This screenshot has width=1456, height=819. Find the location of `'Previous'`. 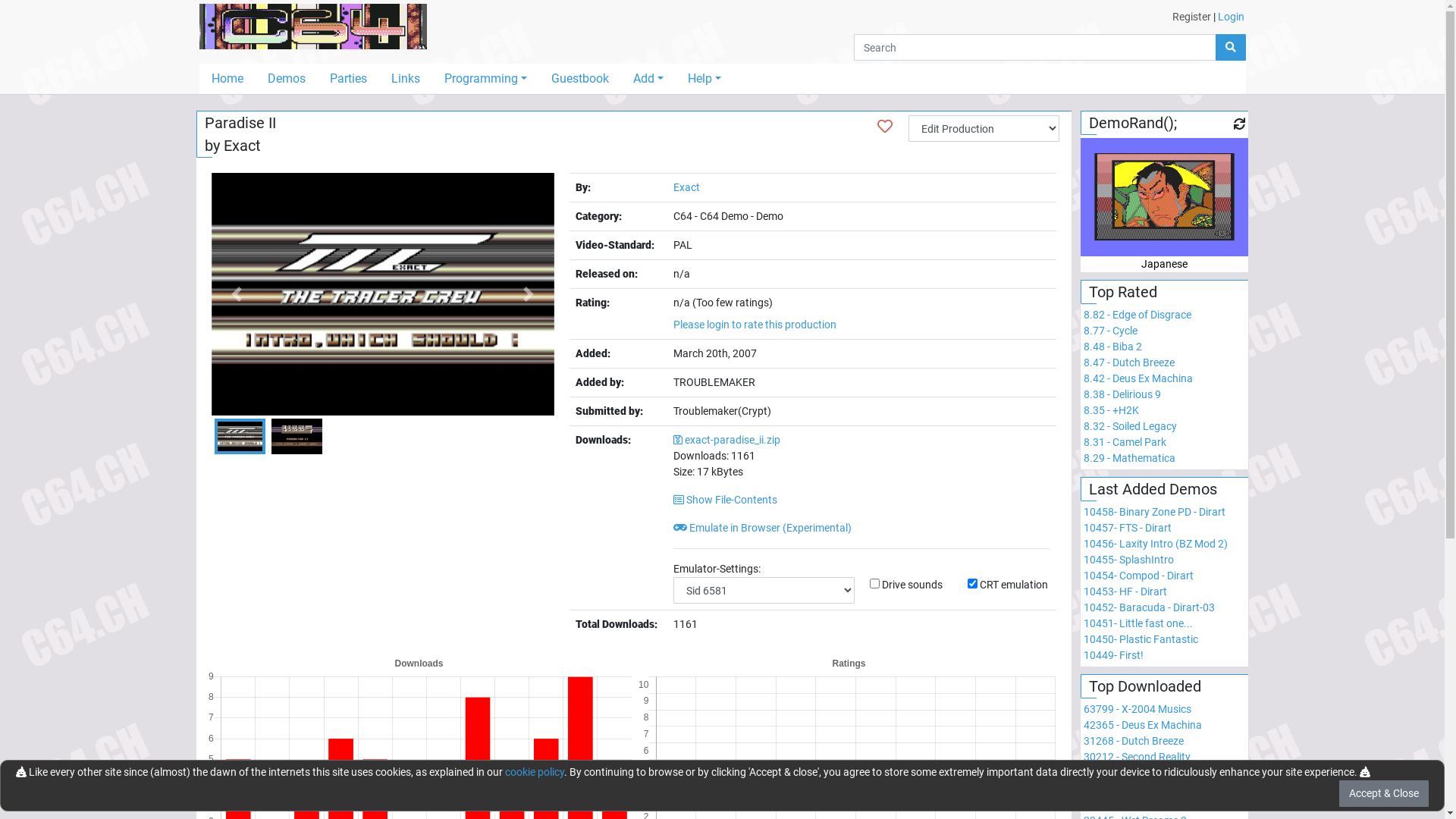

'Previous' is located at coordinates (236, 294).